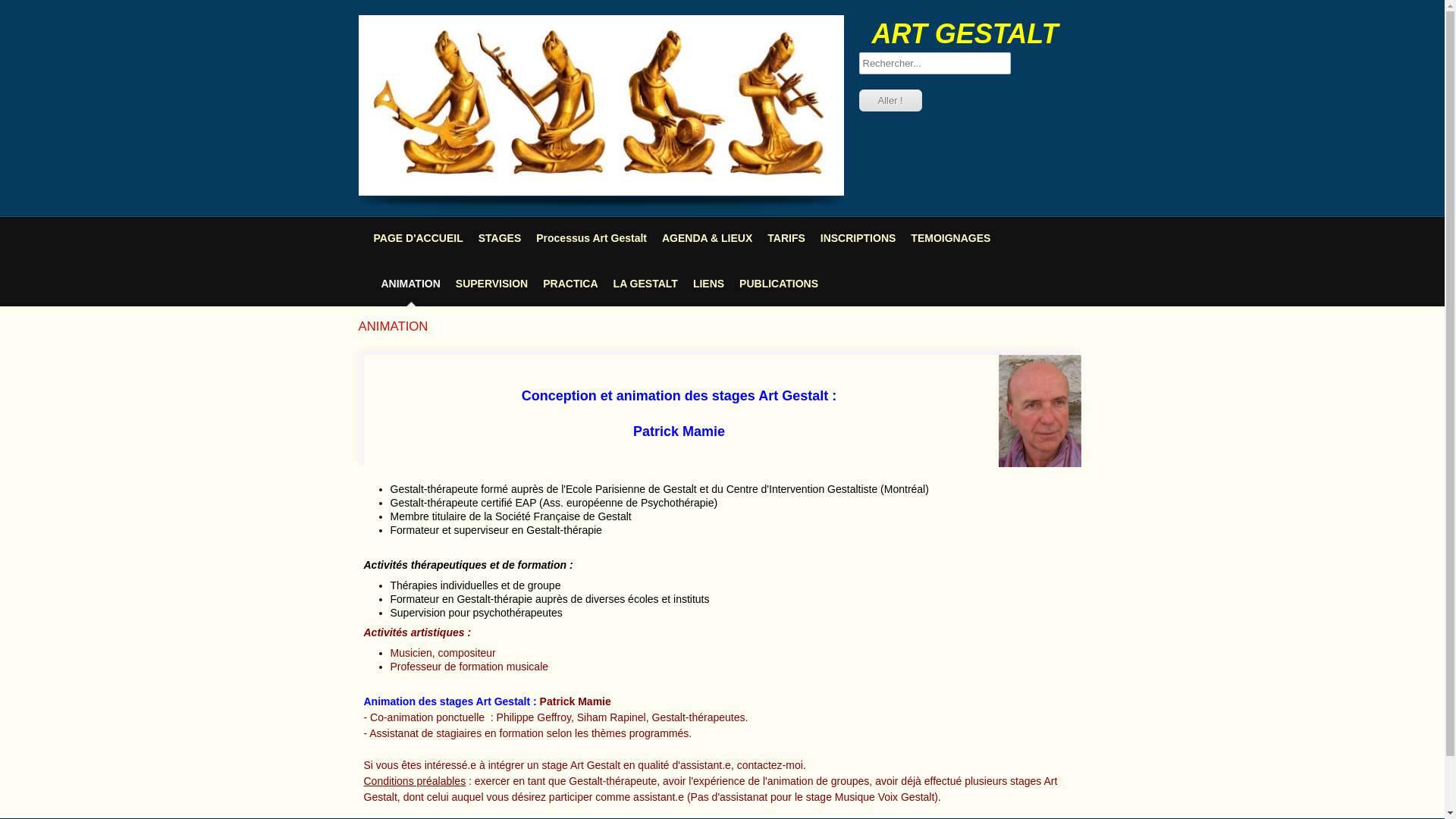  Describe the element at coordinates (949, 237) in the screenshot. I see `'TEMOIGNAGES'` at that location.